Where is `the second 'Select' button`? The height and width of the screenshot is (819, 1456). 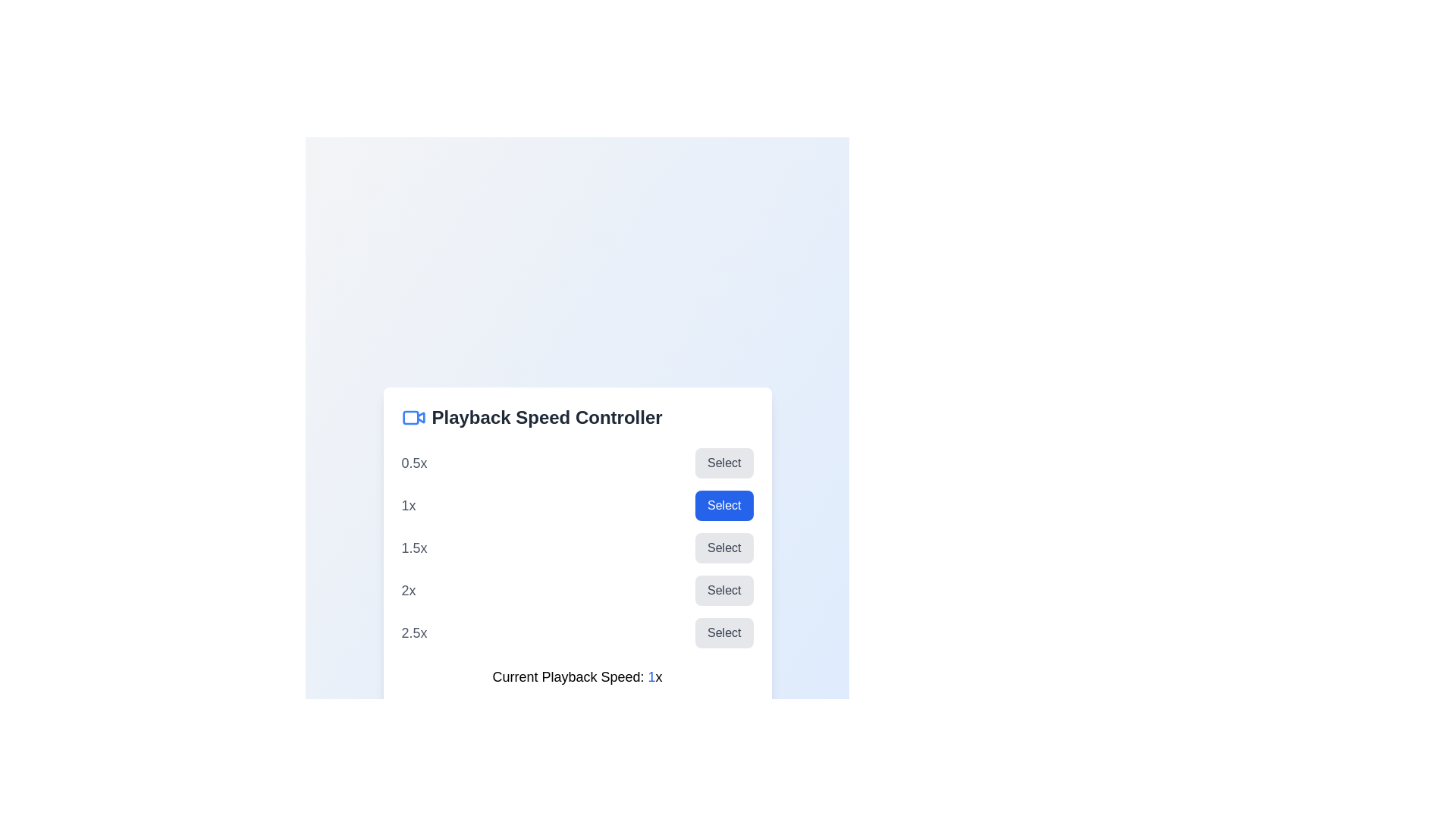
the second 'Select' button is located at coordinates (723, 506).